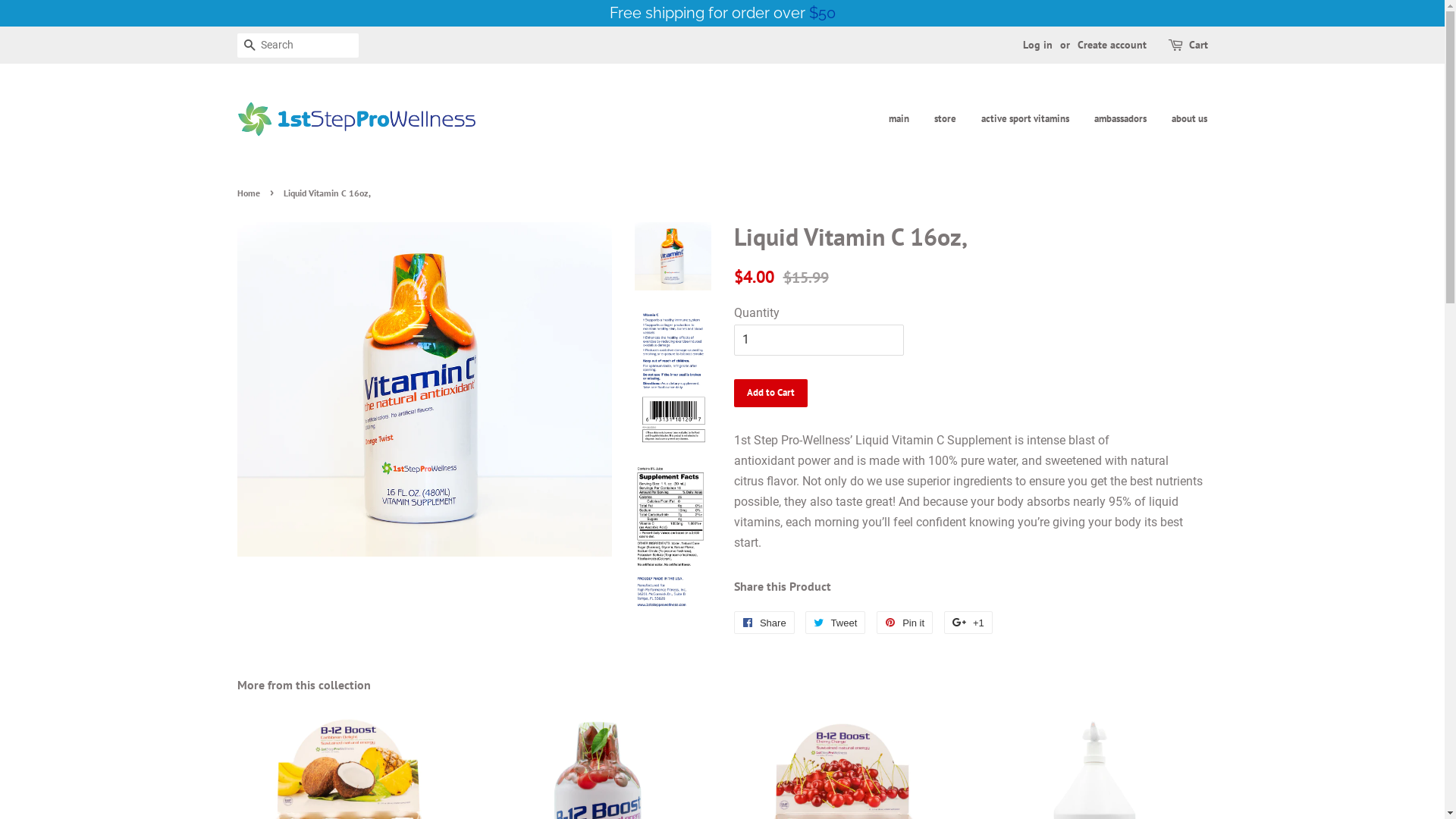 Image resolution: width=1456 pixels, height=819 pixels. I want to click on 'Add to Cart', so click(770, 391).